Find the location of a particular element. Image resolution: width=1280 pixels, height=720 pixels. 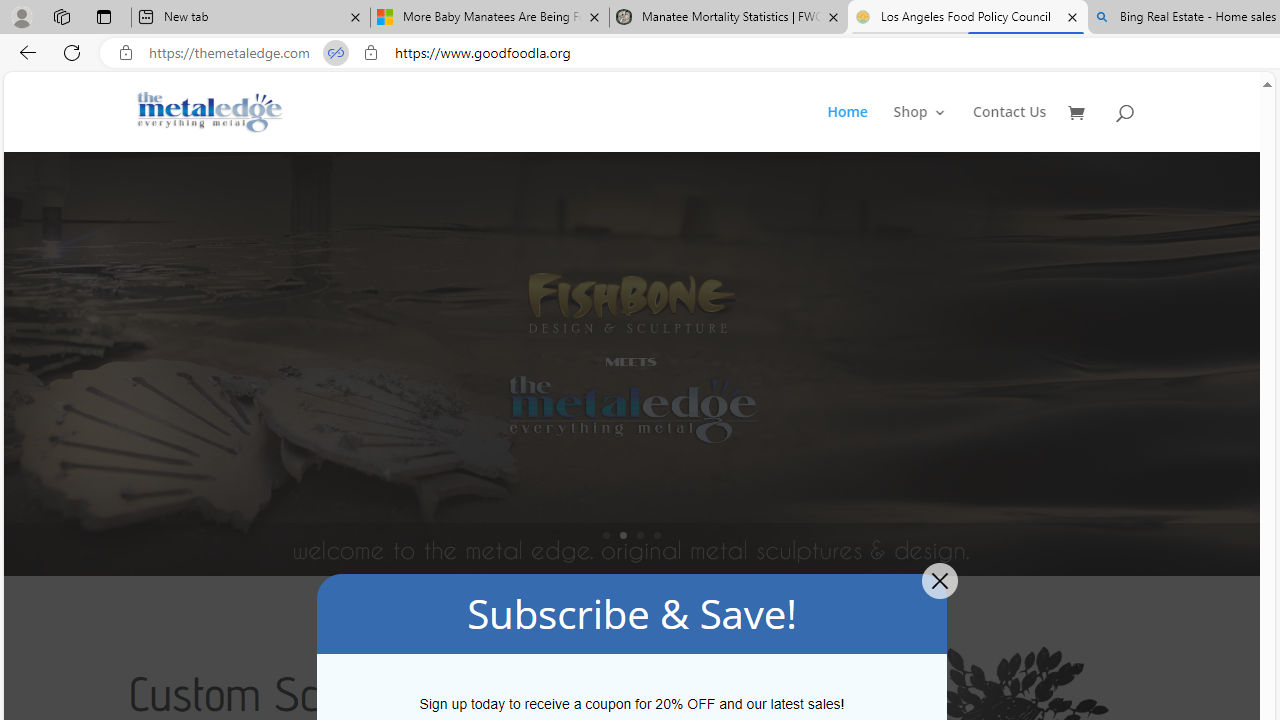

'2' is located at coordinates (622, 534).